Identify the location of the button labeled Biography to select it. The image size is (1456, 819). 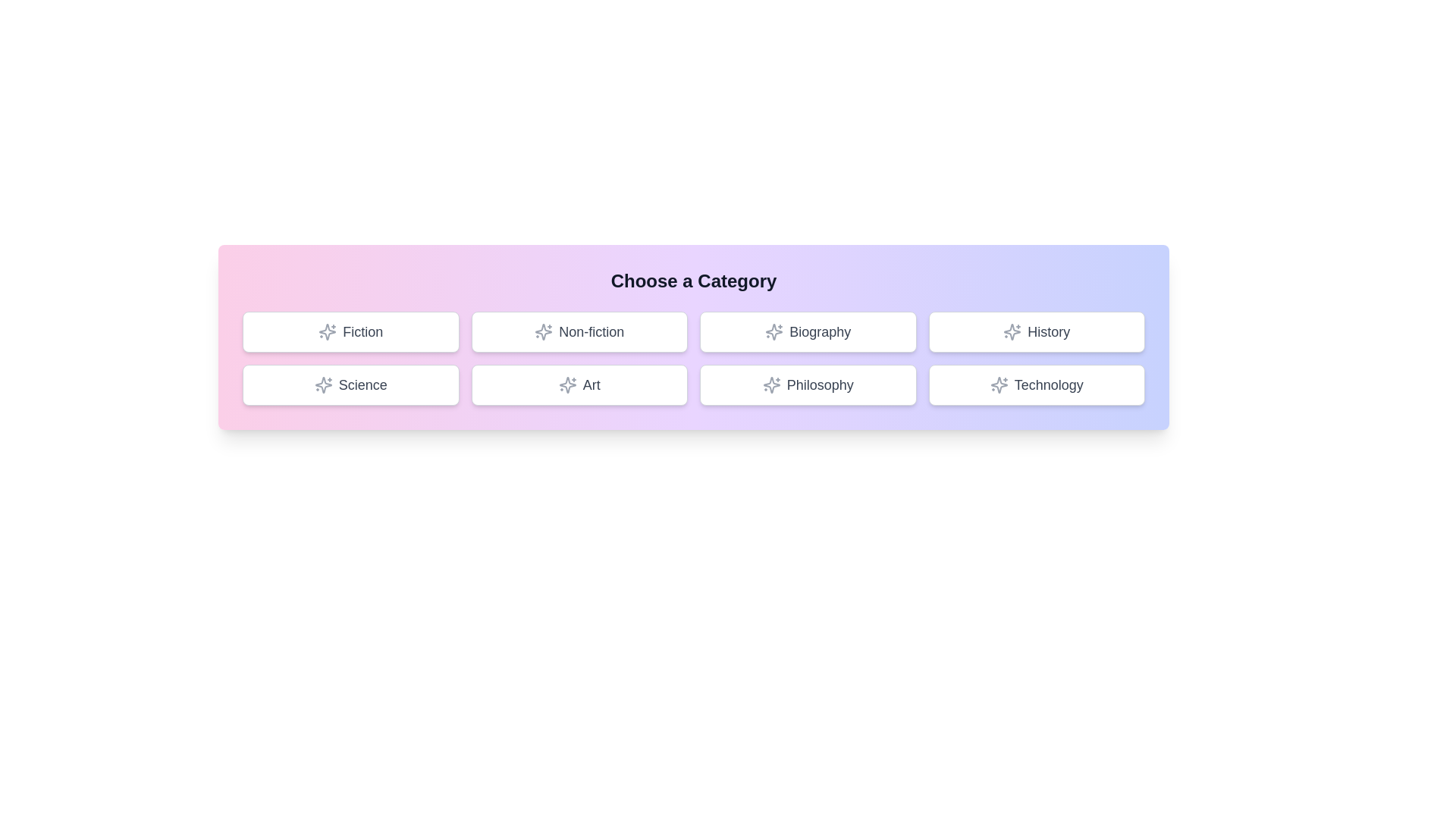
(807, 331).